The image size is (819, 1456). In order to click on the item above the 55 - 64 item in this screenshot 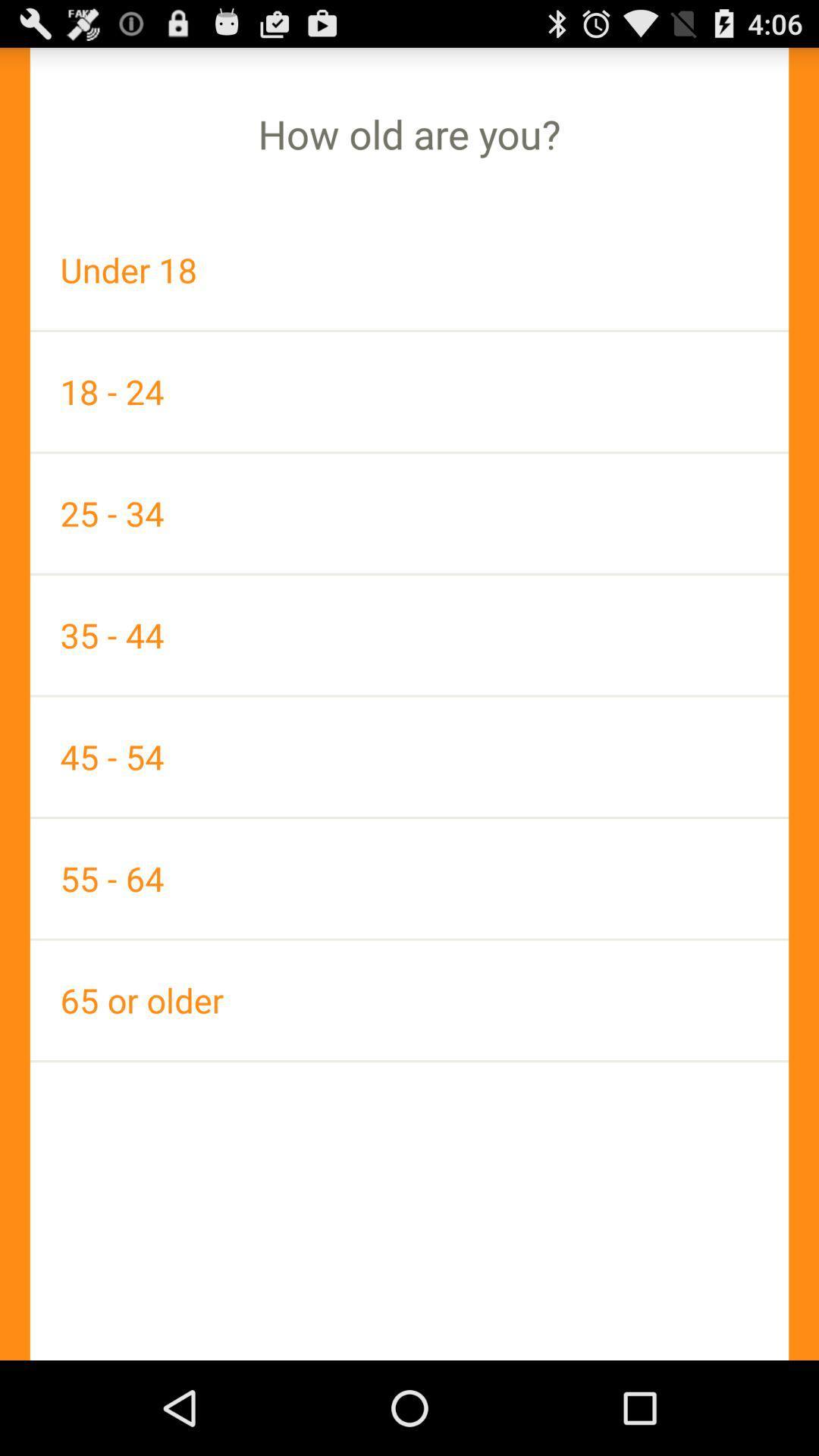, I will do `click(409, 757)`.